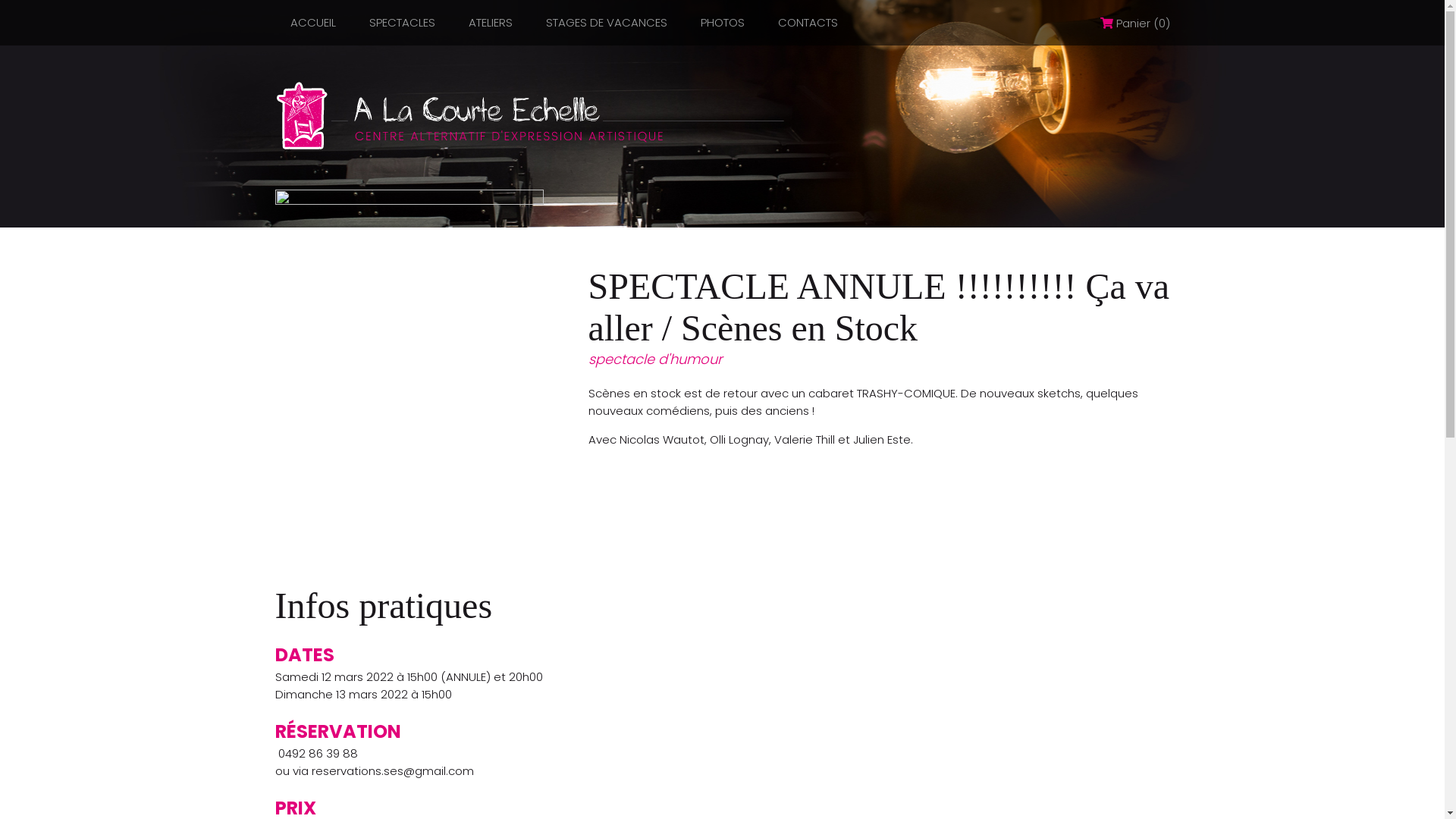  I want to click on 'ATELIERS', so click(491, 22).